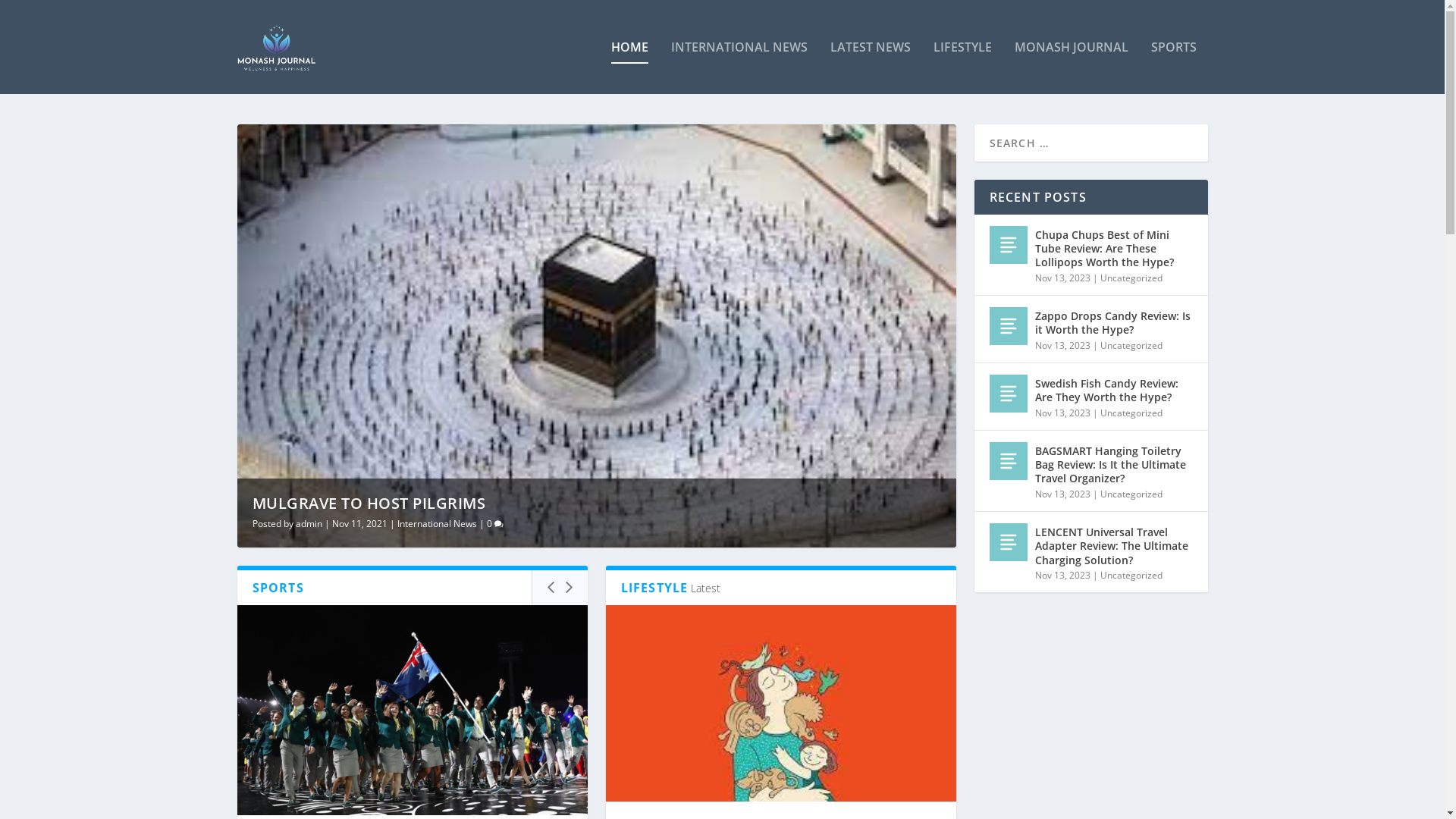  I want to click on 'Uncategorized', so click(1131, 278).